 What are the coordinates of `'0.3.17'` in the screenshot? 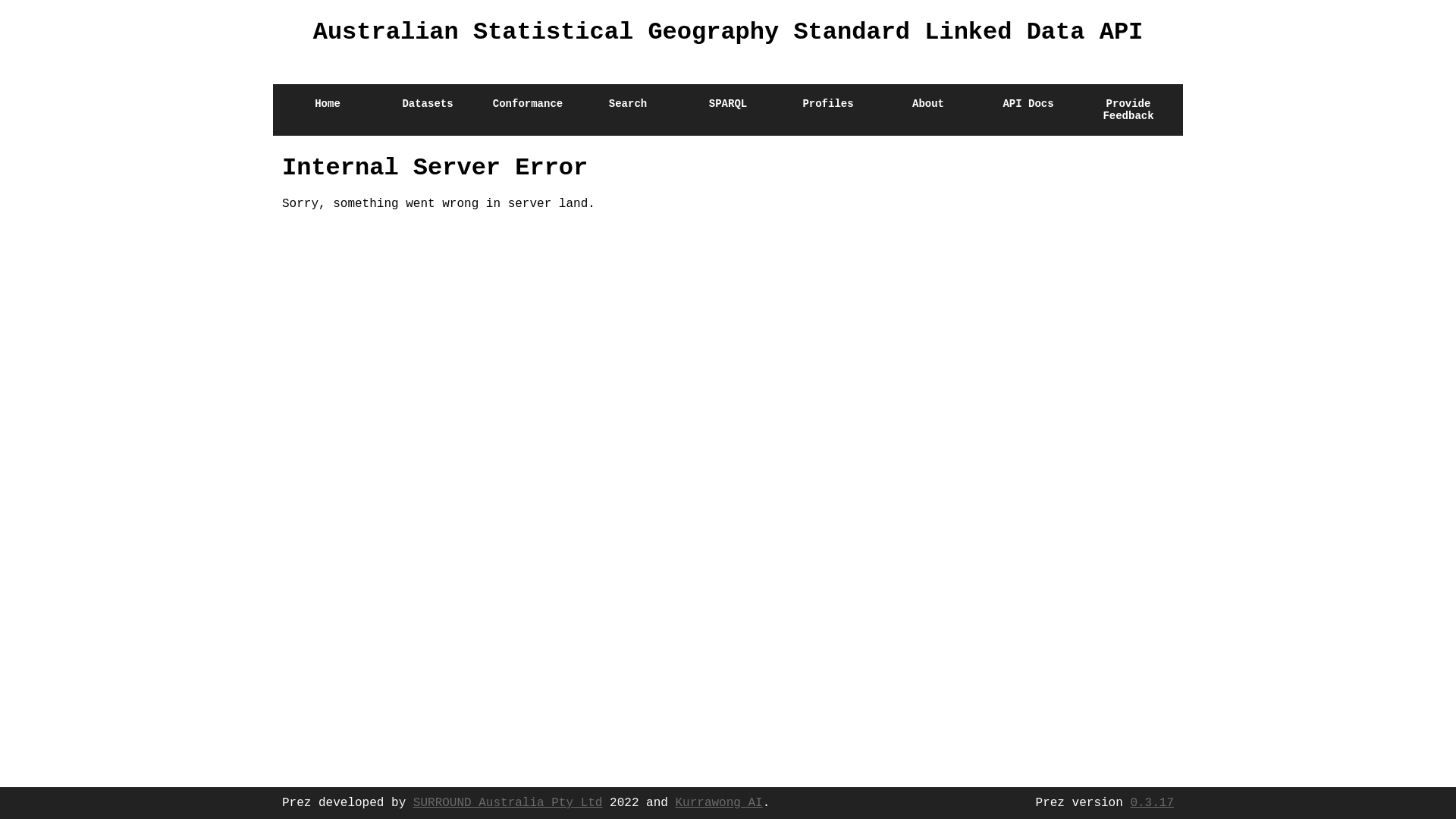 It's located at (1151, 802).